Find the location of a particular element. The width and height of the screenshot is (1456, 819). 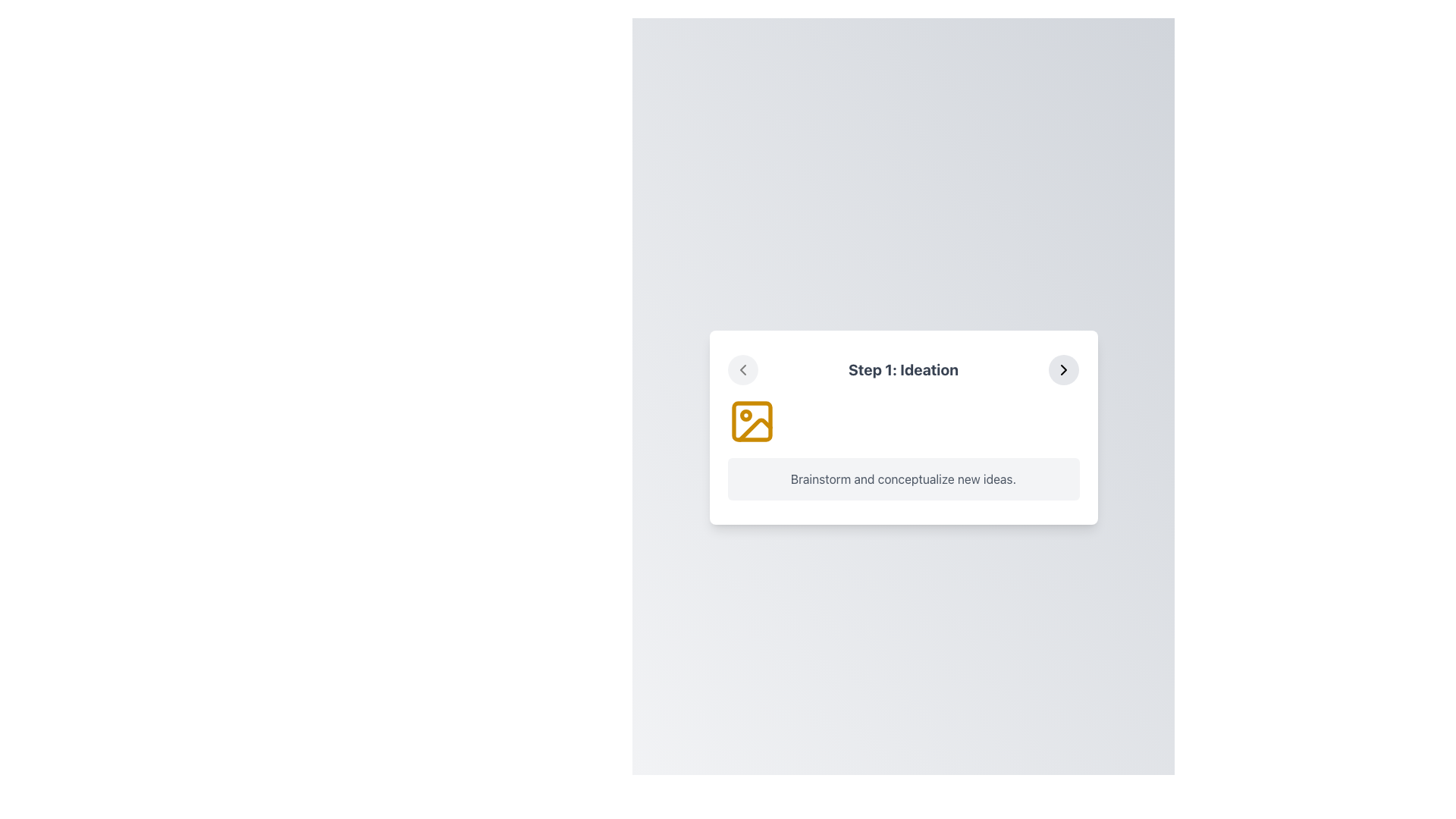

the text box with the light gray background that contains the text 'Brainstorm and conceptualize new ideas.' This text box is located below the icon and title labeled 'Step 1: Ideation.' is located at coordinates (903, 479).